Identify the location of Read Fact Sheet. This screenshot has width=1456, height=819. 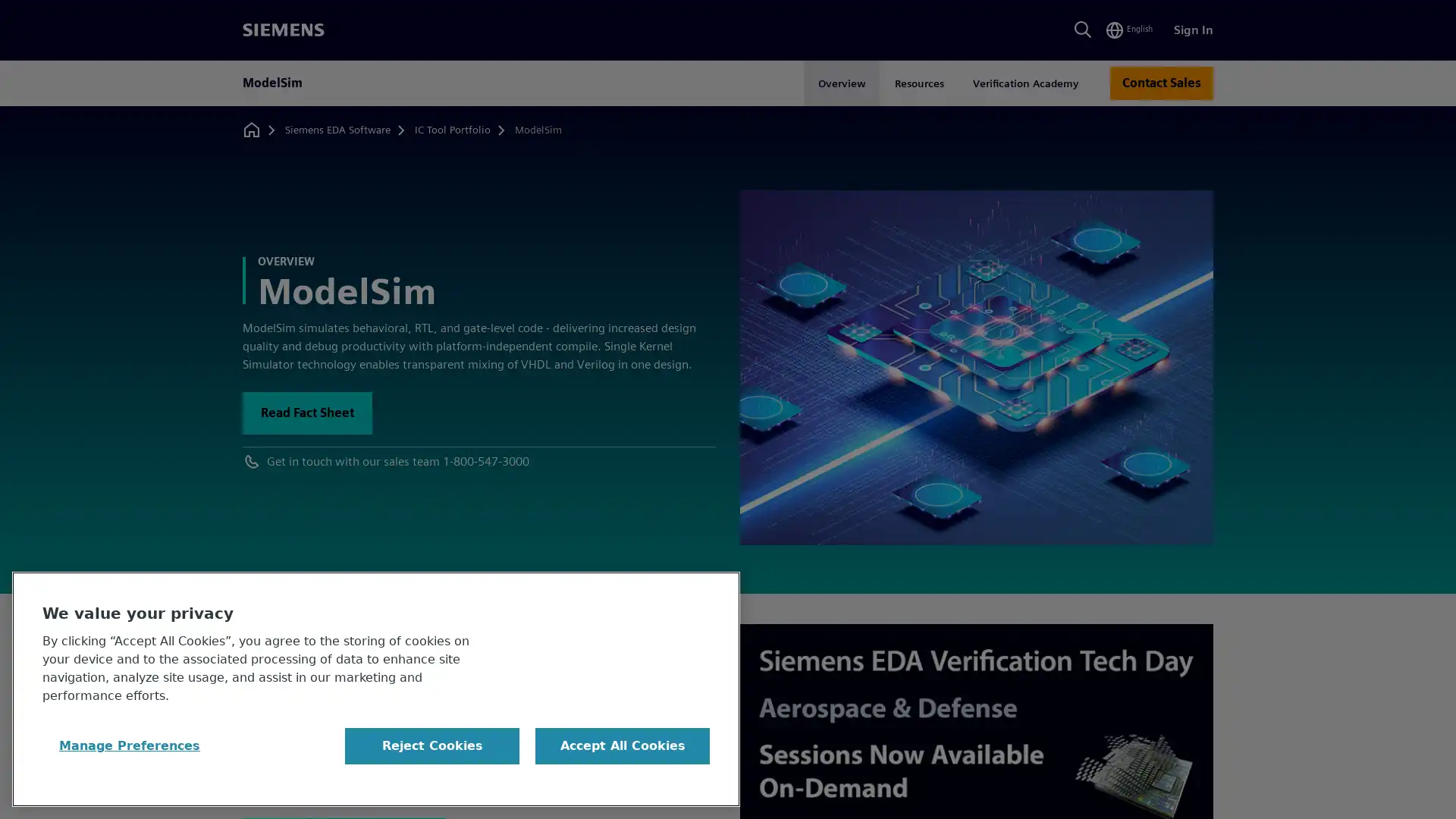
(306, 413).